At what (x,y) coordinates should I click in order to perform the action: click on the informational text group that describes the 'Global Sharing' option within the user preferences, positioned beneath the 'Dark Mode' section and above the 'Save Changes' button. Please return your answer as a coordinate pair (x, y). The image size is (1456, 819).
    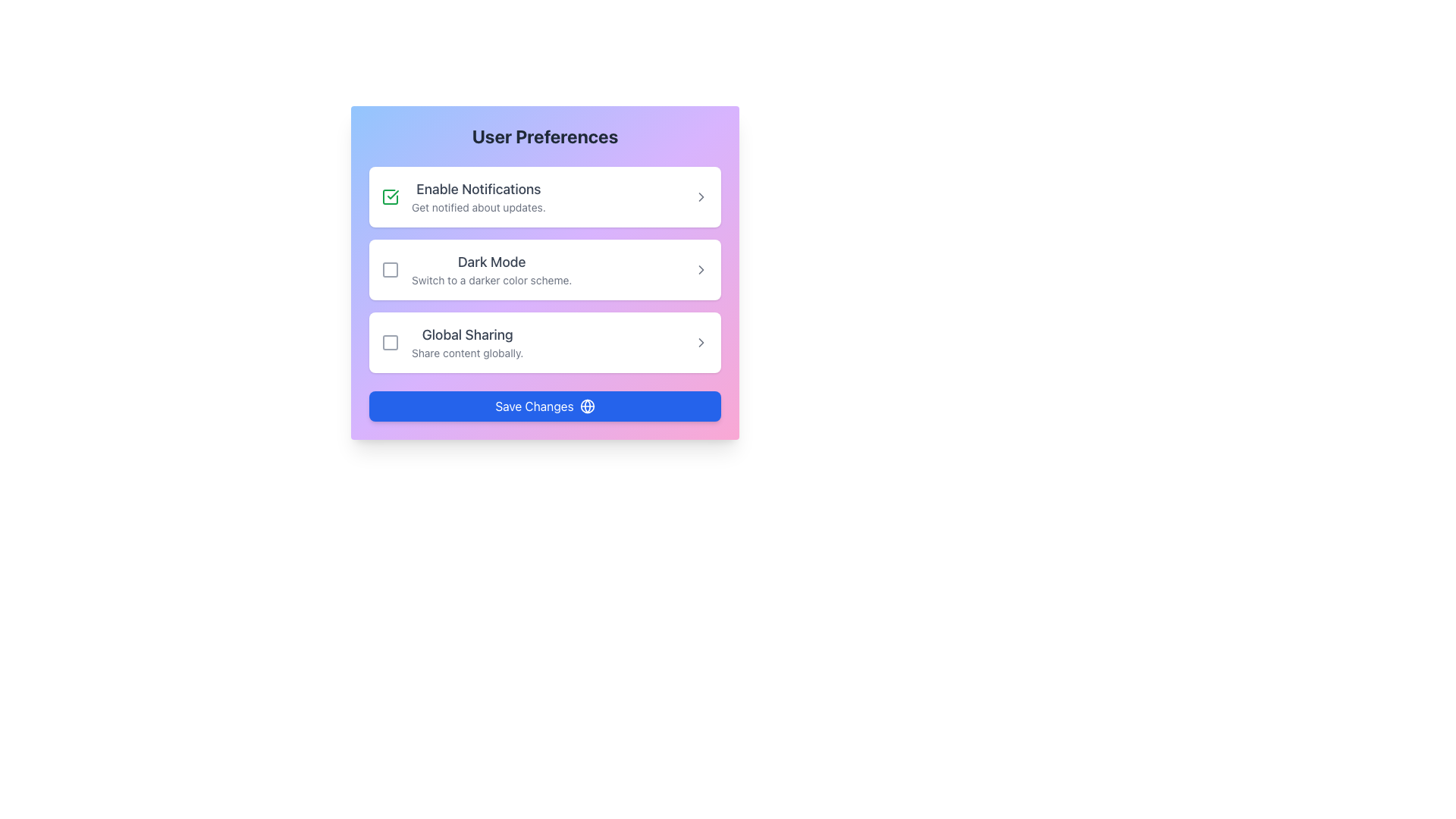
    Looking at the image, I should click on (466, 342).